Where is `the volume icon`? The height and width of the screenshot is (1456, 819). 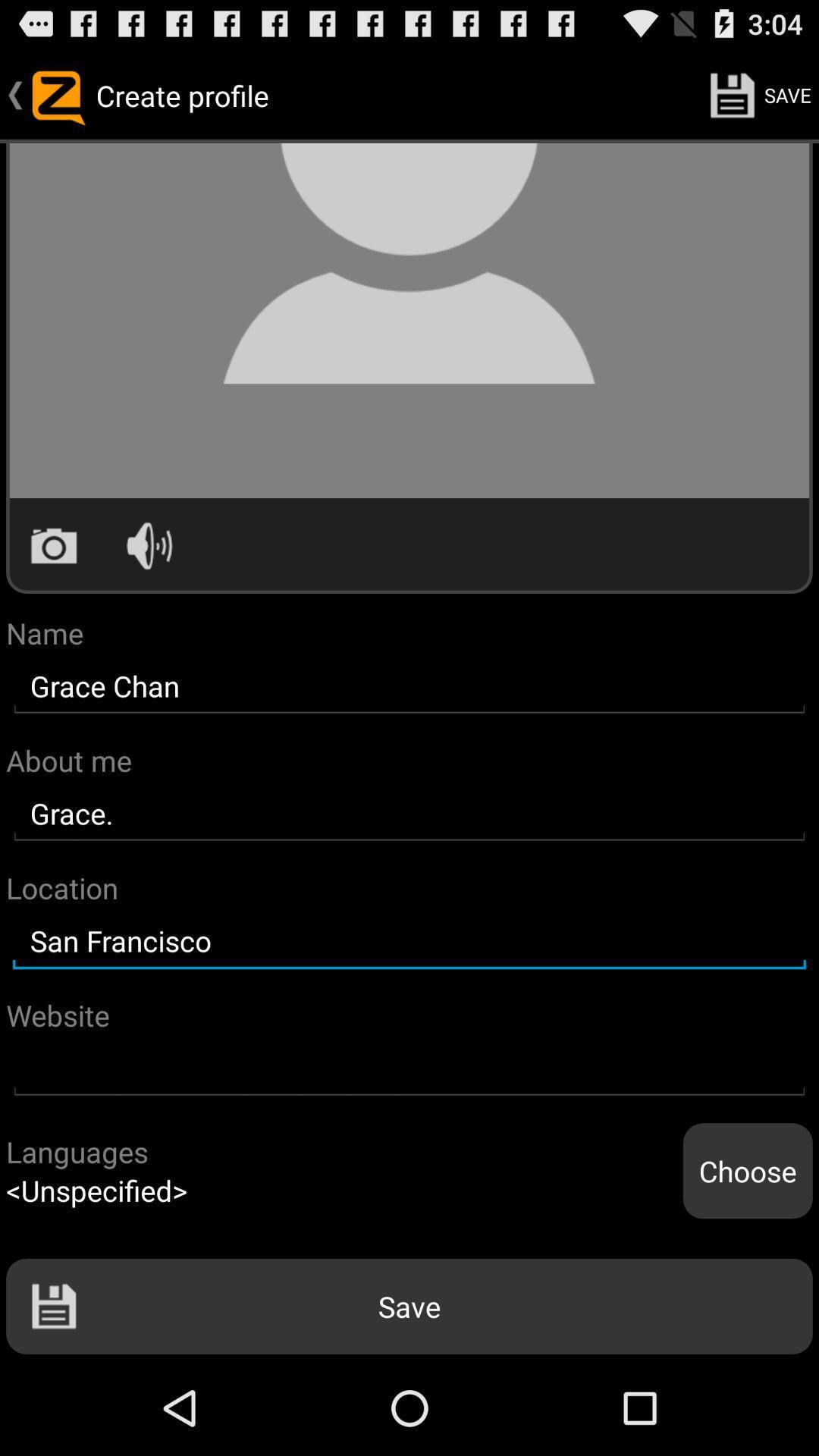
the volume icon is located at coordinates (149, 583).